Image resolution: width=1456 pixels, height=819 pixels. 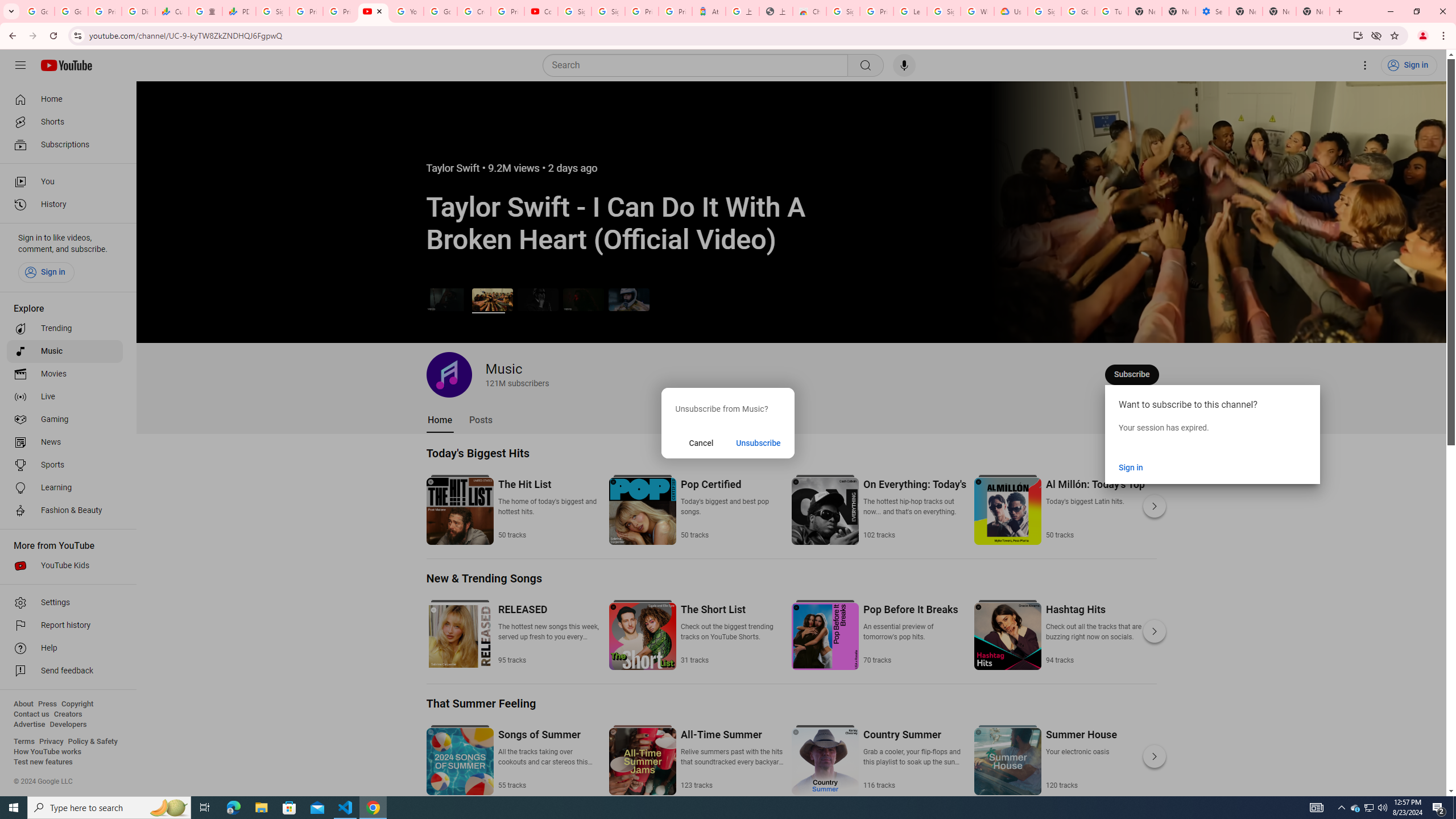 What do you see at coordinates (700, 442) in the screenshot?
I see `'Cancel'` at bounding box center [700, 442].